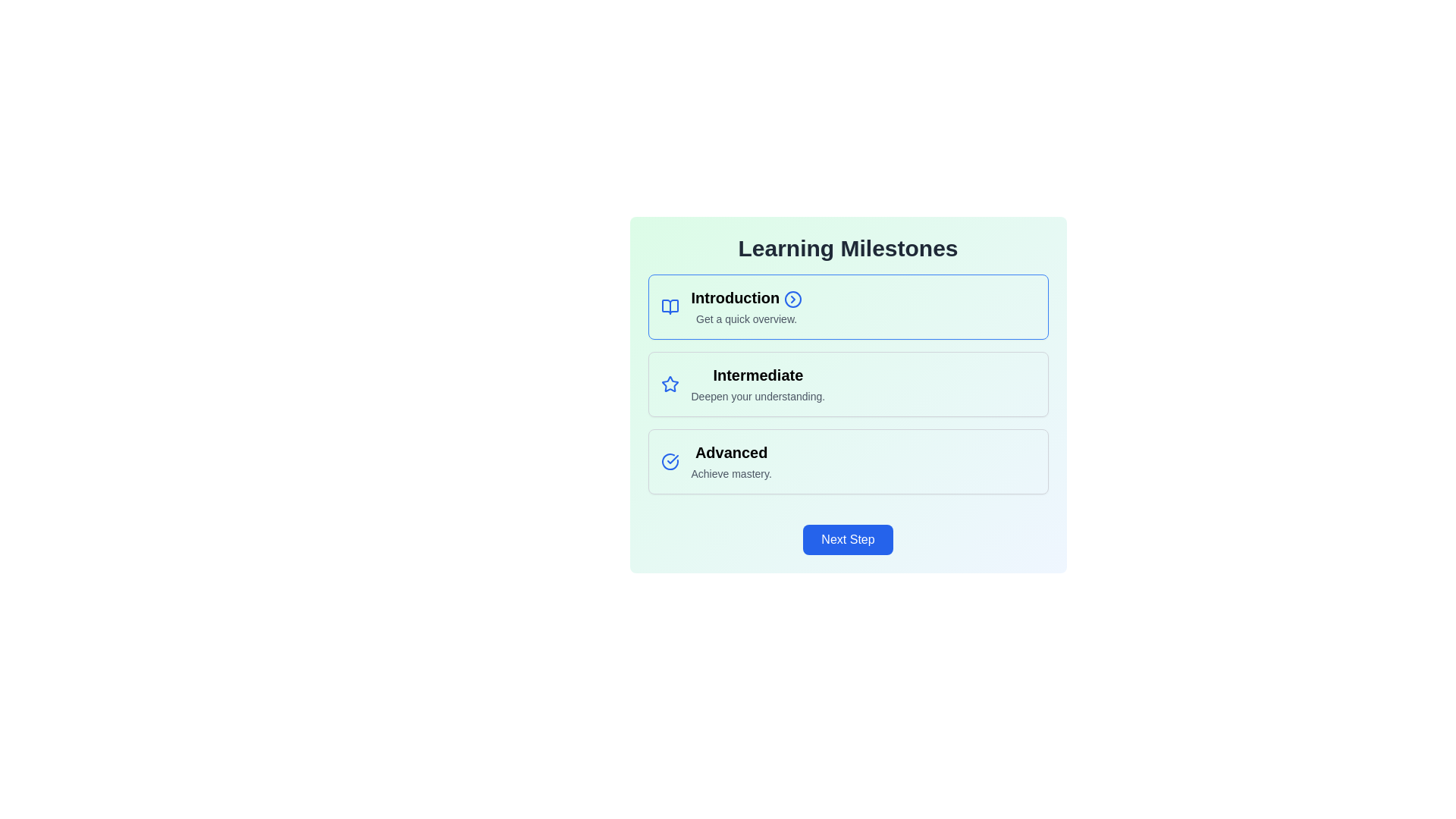  What do you see at coordinates (669, 461) in the screenshot?
I see `the visual indicator icon located in the third box of the 'Learning Milestones' section, which denotes the completion or activation status of the 'Advanced' milestone, positioned to the left of the text 'Advanced'` at bounding box center [669, 461].